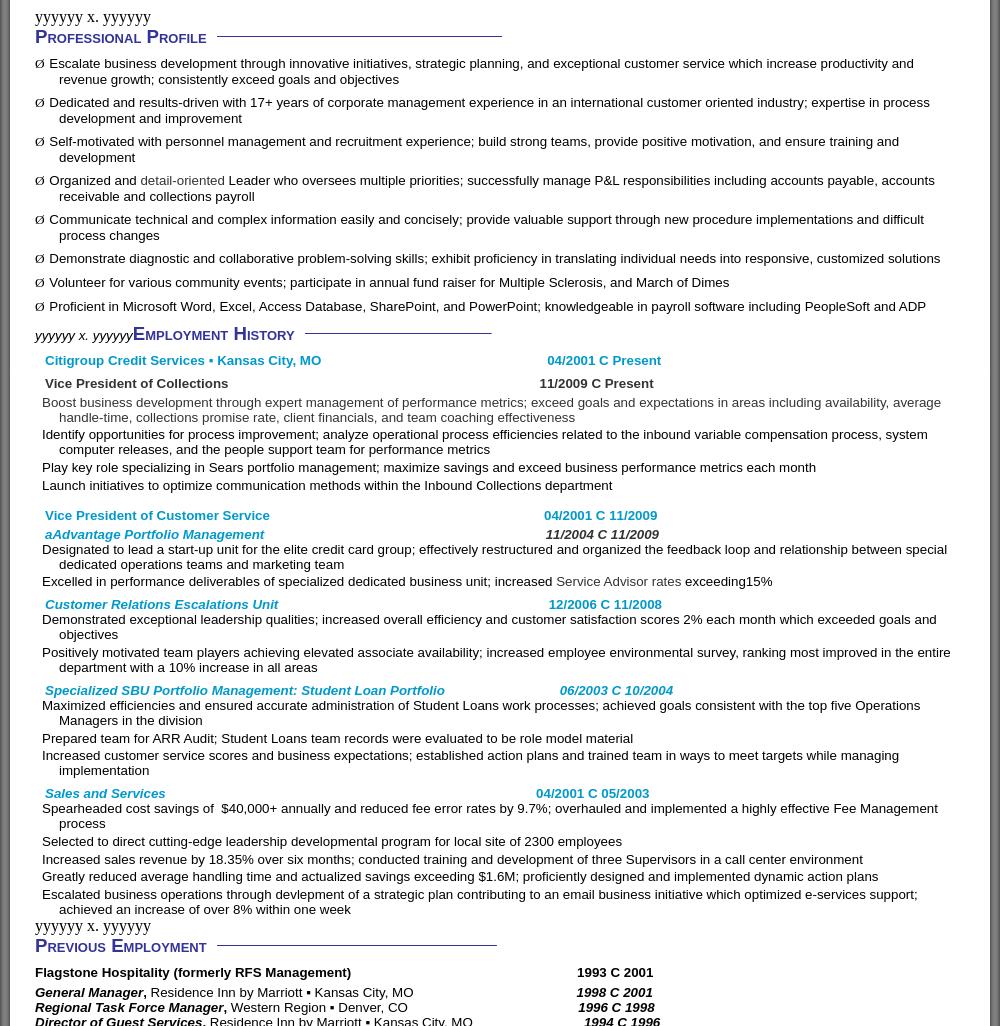  I want to click on '2001  C Present', so click(615, 359).